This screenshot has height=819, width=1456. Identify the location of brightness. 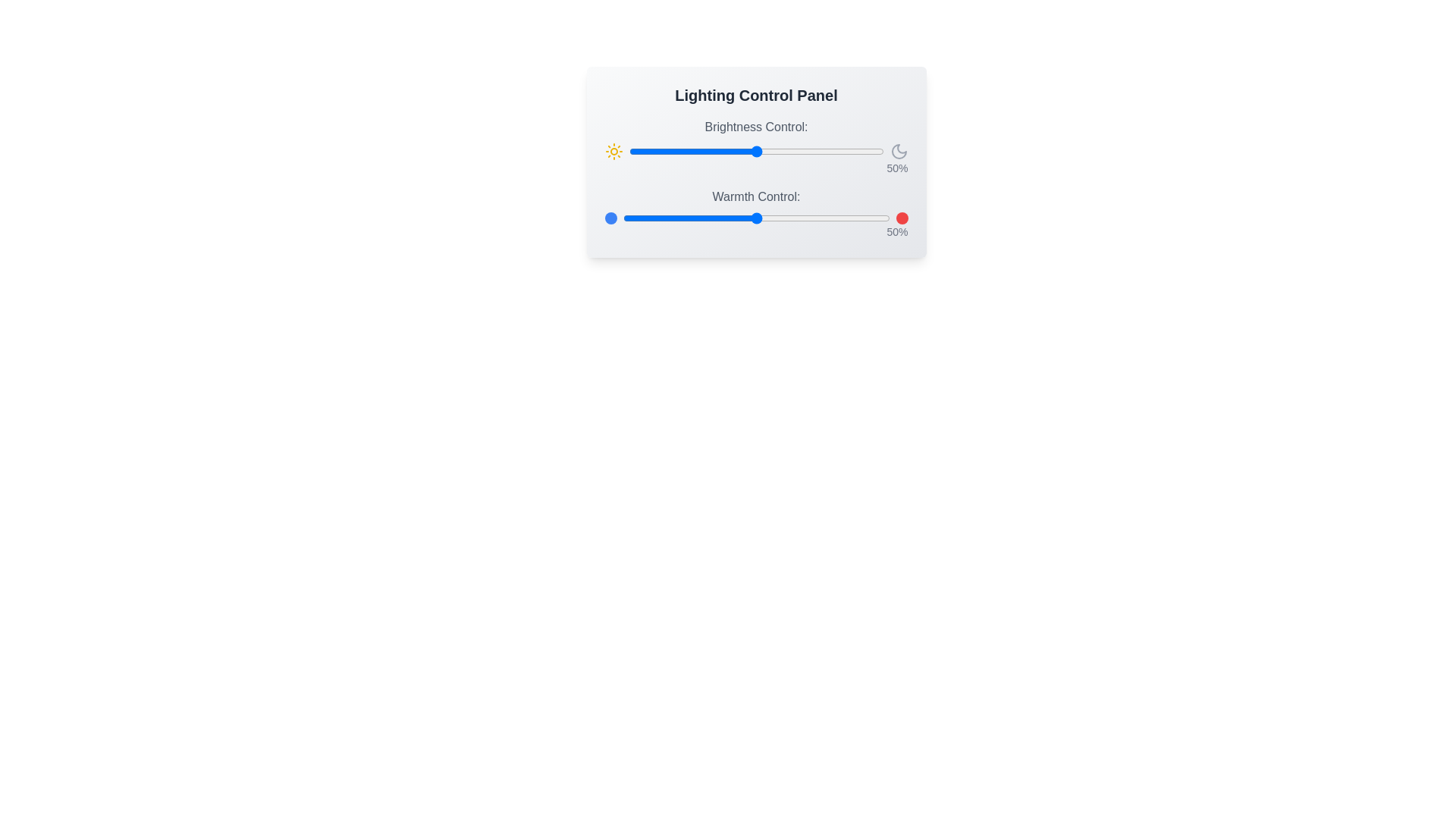
(786, 152).